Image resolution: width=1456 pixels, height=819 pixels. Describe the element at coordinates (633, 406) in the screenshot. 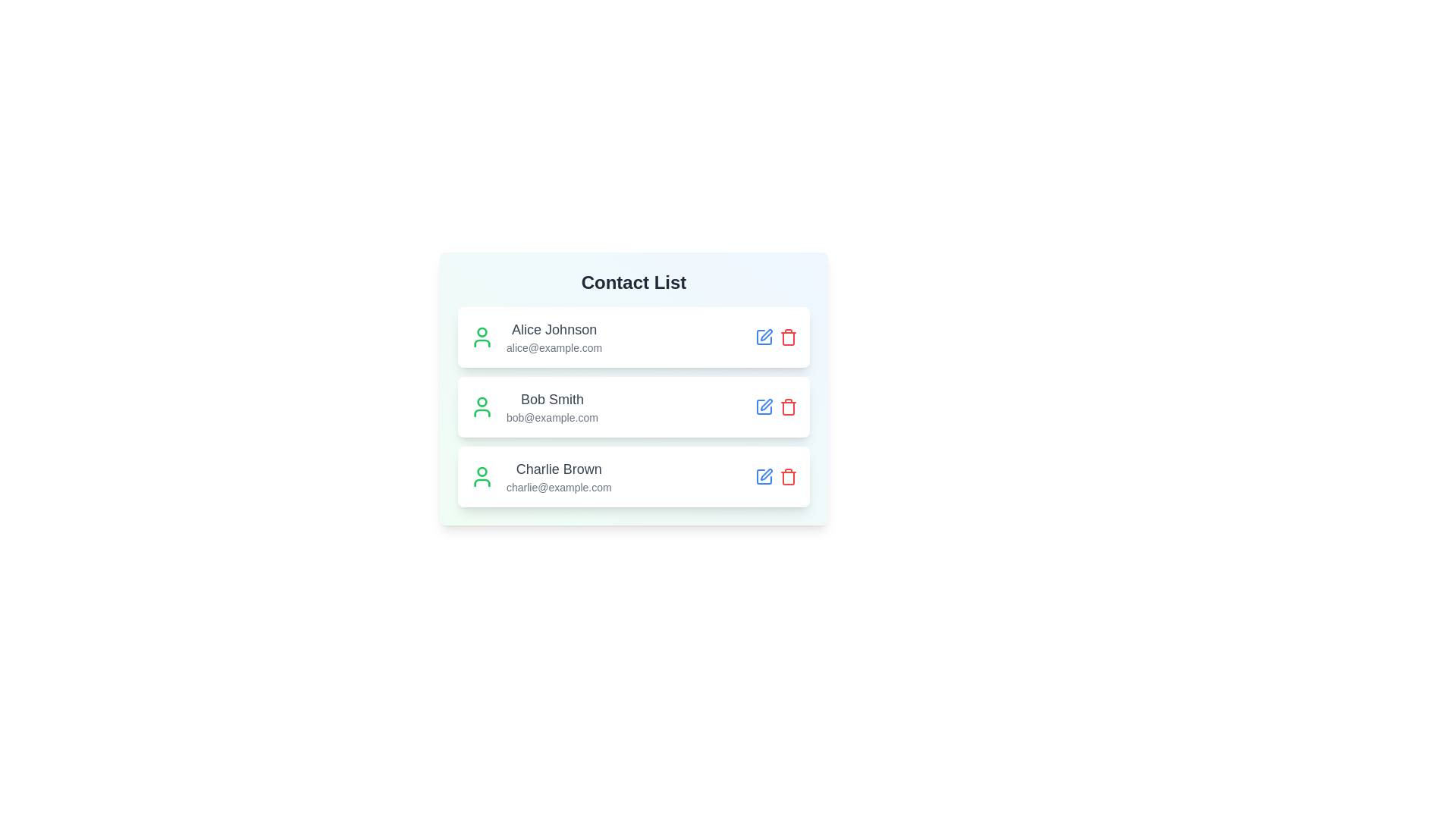

I see `the contact item corresponding to Bob Smith` at that location.